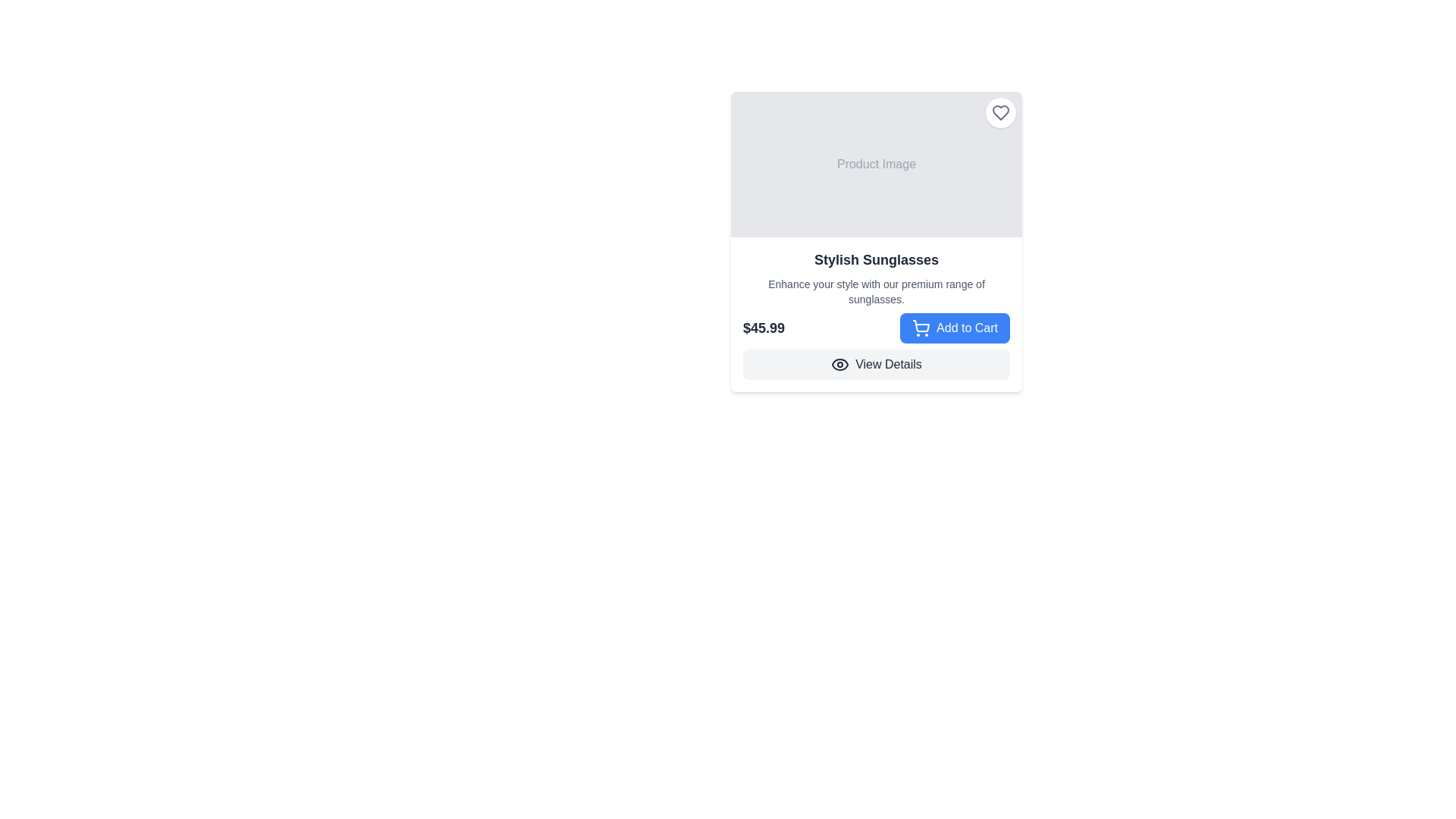 The width and height of the screenshot is (1456, 819). I want to click on the heart-shaped icon located at the top-right corner of the Stylish Sunglasses product card, so click(1001, 112).